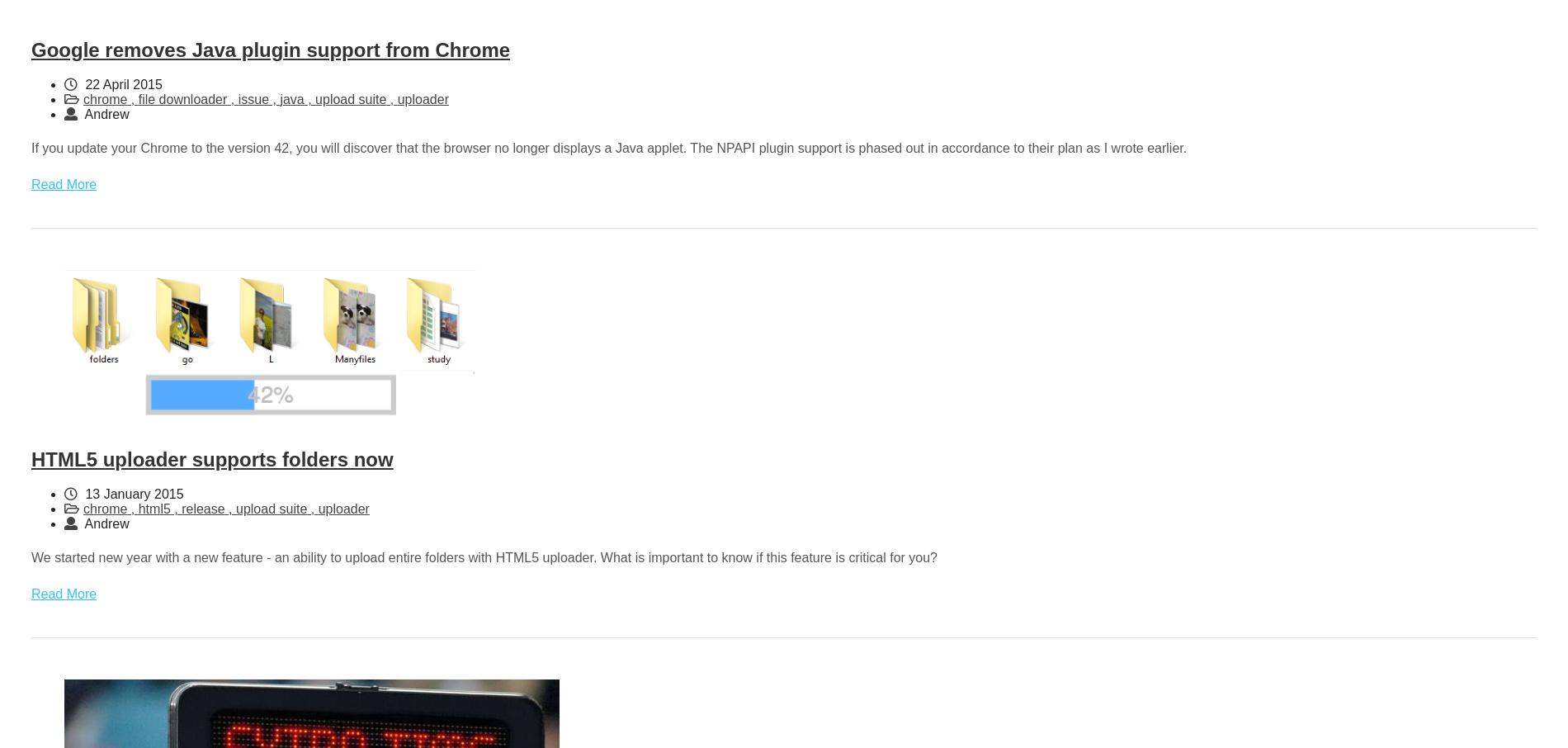 This screenshot has width=1568, height=748. Describe the element at coordinates (182, 98) in the screenshot. I see `'file downloader'` at that location.